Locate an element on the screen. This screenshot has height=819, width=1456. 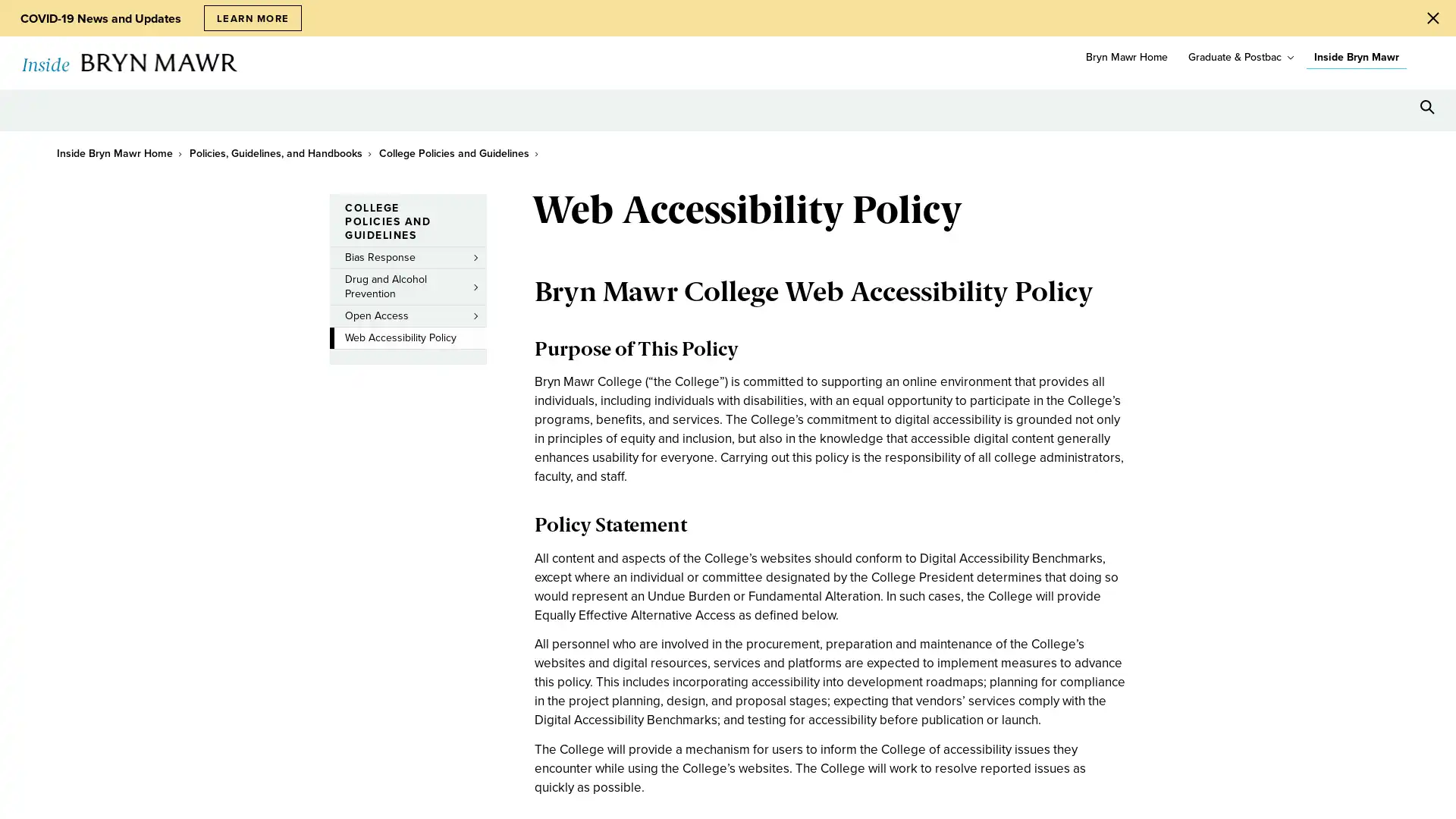
Graduate & Postbac is located at coordinates (1235, 56).